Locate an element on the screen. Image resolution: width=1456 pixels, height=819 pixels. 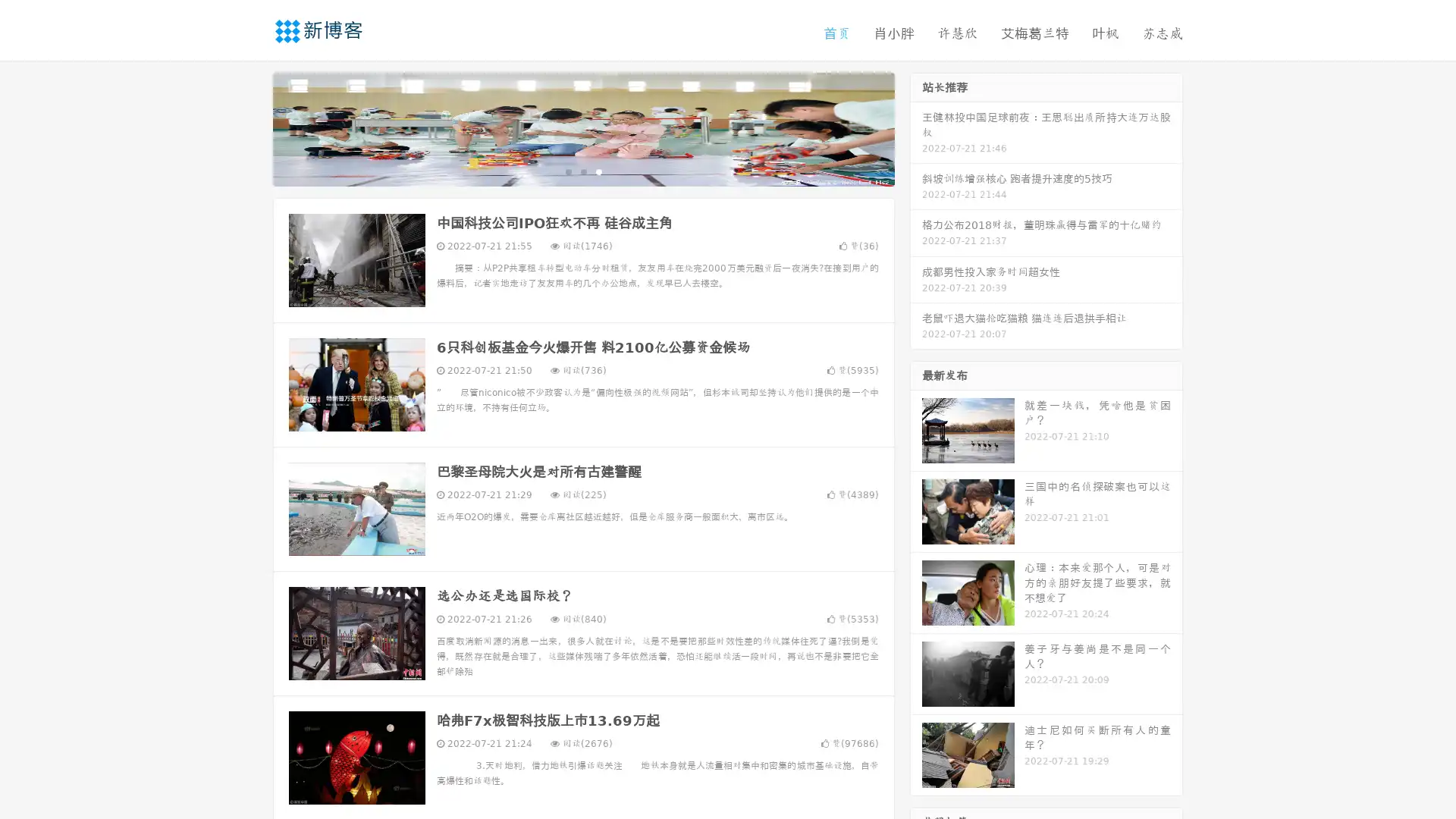
Previous slide is located at coordinates (250, 127).